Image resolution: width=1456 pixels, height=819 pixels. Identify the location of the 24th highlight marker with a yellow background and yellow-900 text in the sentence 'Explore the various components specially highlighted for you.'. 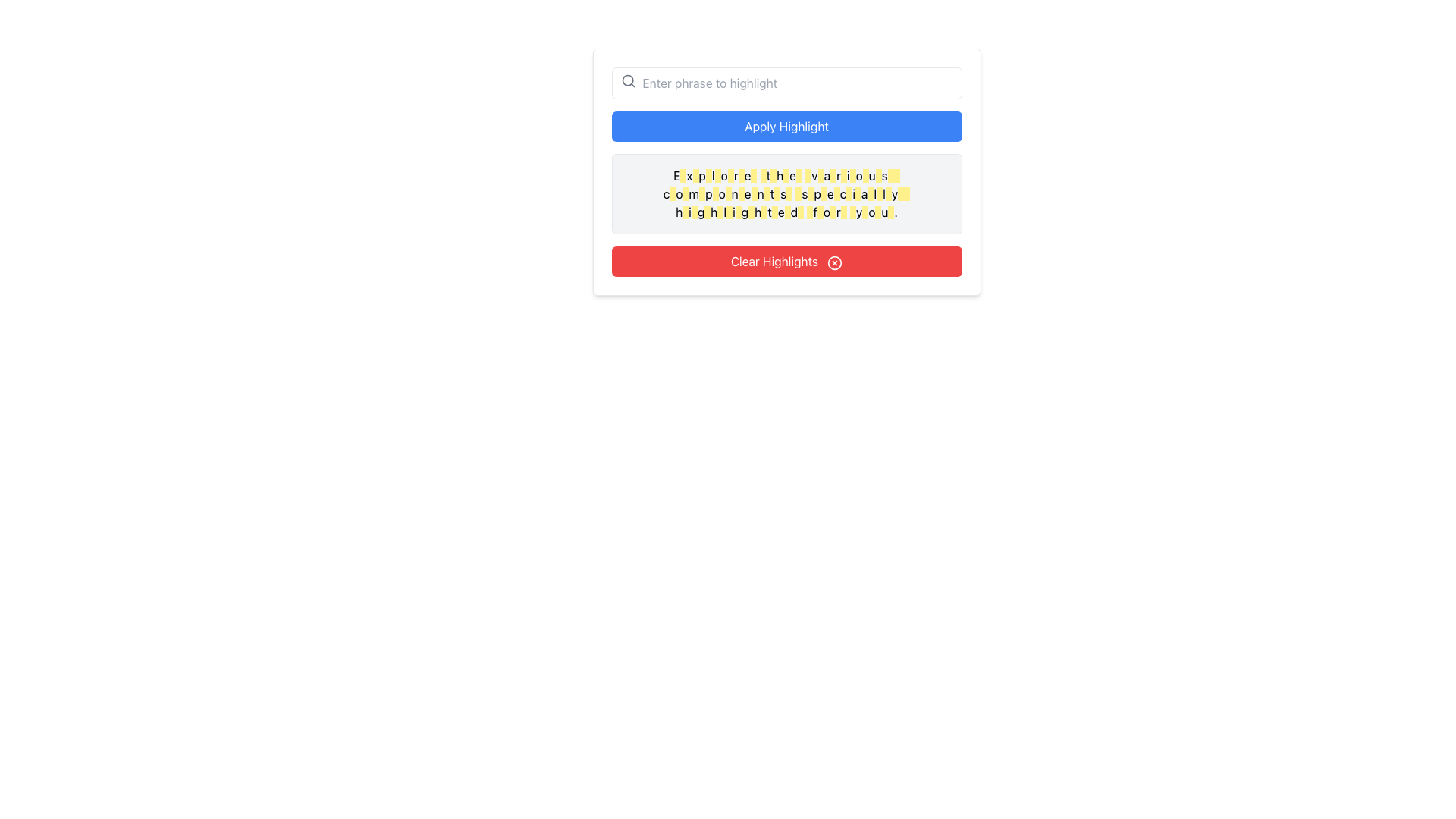
(810, 193).